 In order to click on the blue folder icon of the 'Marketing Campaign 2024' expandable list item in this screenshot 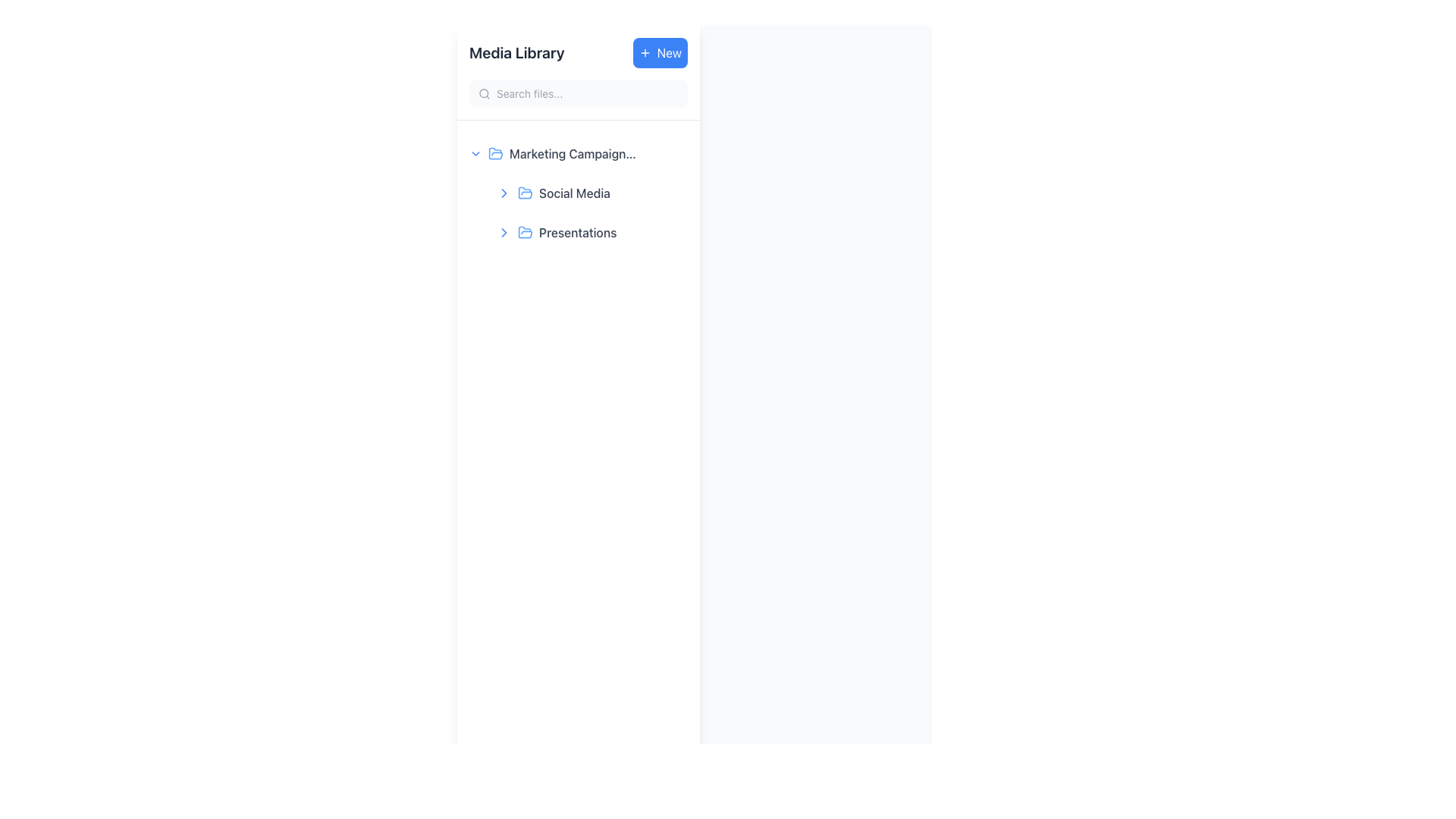, I will do `click(578, 154)`.